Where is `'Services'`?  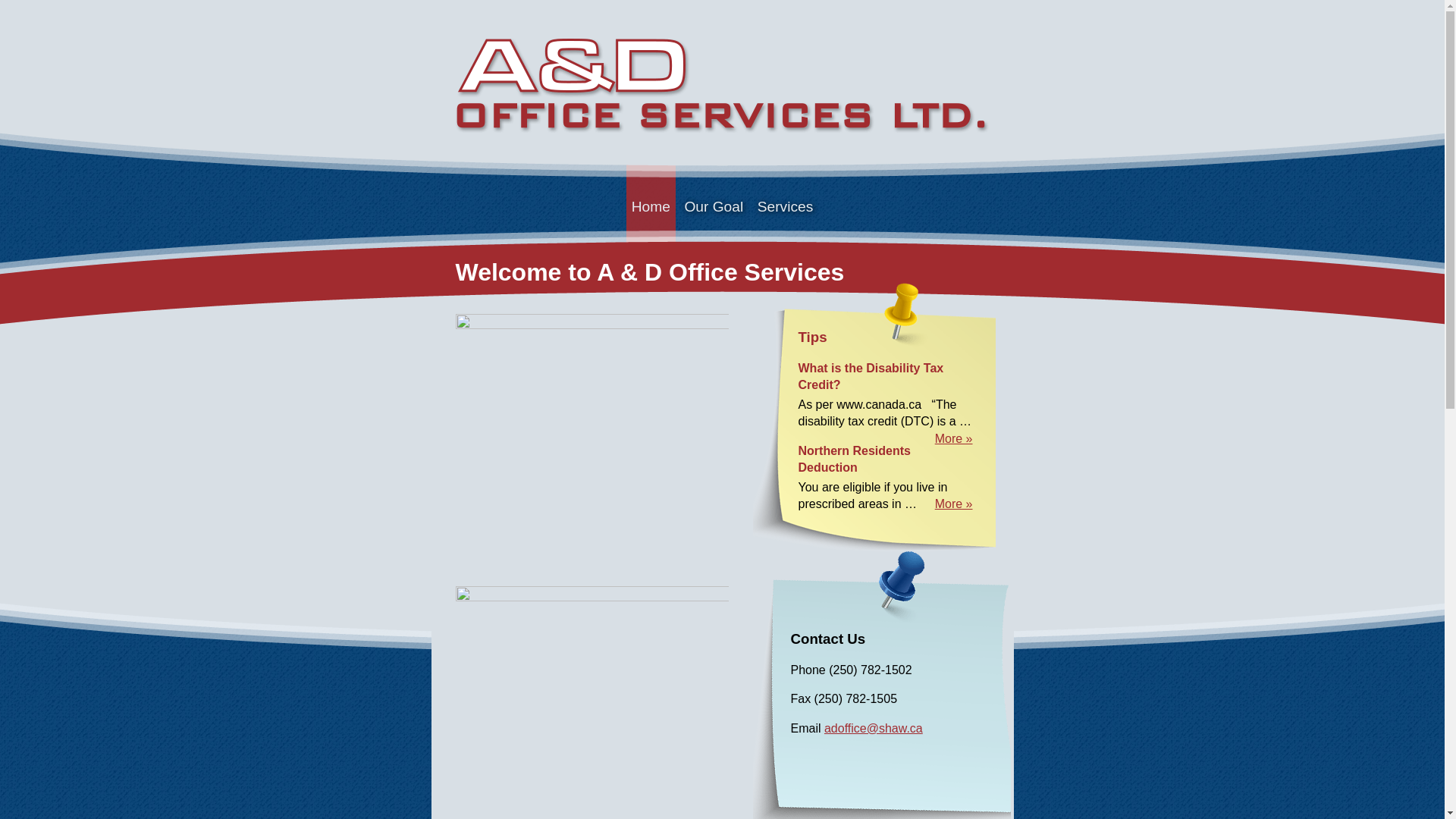 'Services' is located at coordinates (786, 207).